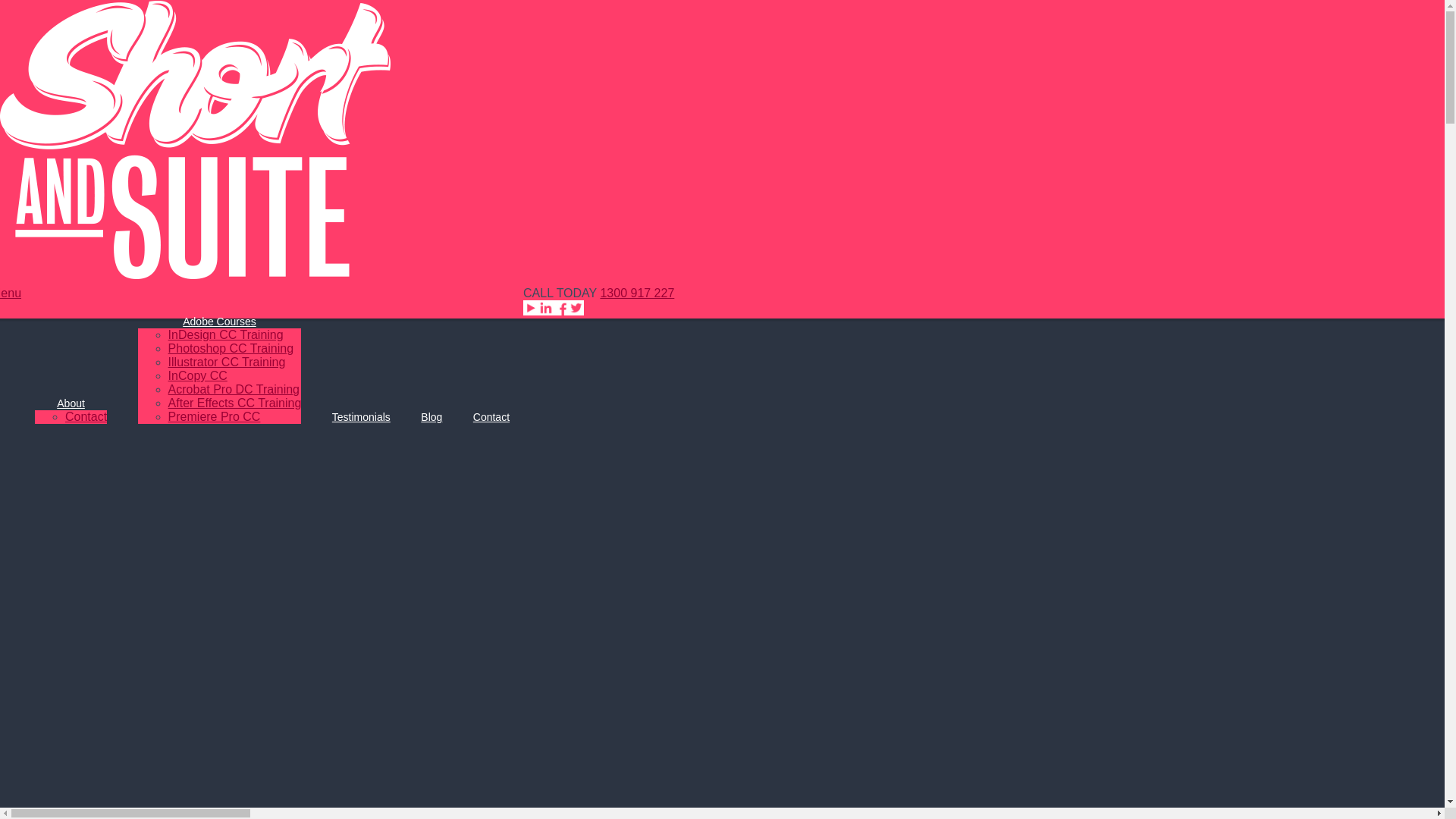  I want to click on 'Acrobat Pro DC Training', so click(168, 388).